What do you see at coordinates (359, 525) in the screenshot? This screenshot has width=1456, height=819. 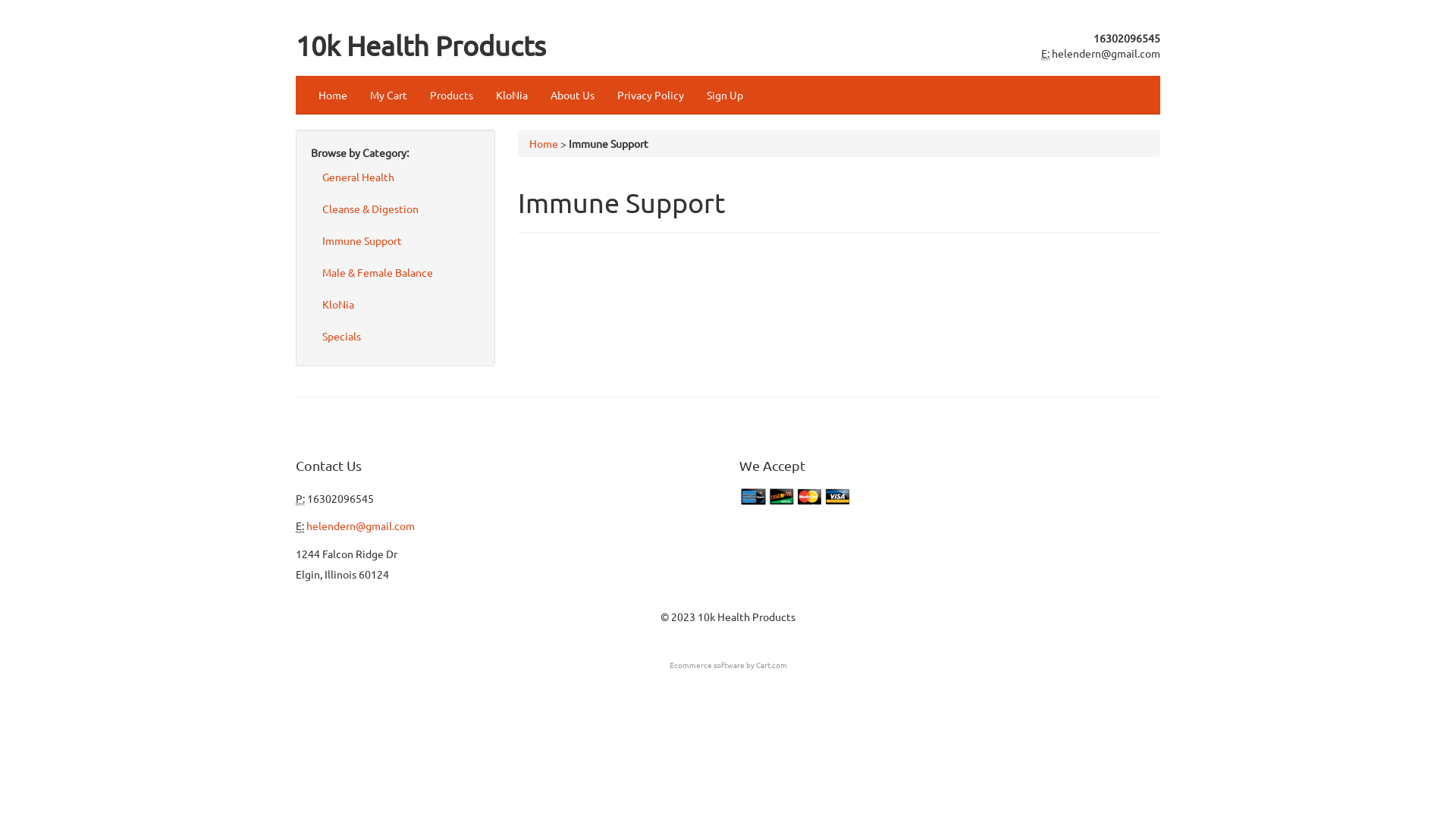 I see `'helendern@gmail.com'` at bounding box center [359, 525].